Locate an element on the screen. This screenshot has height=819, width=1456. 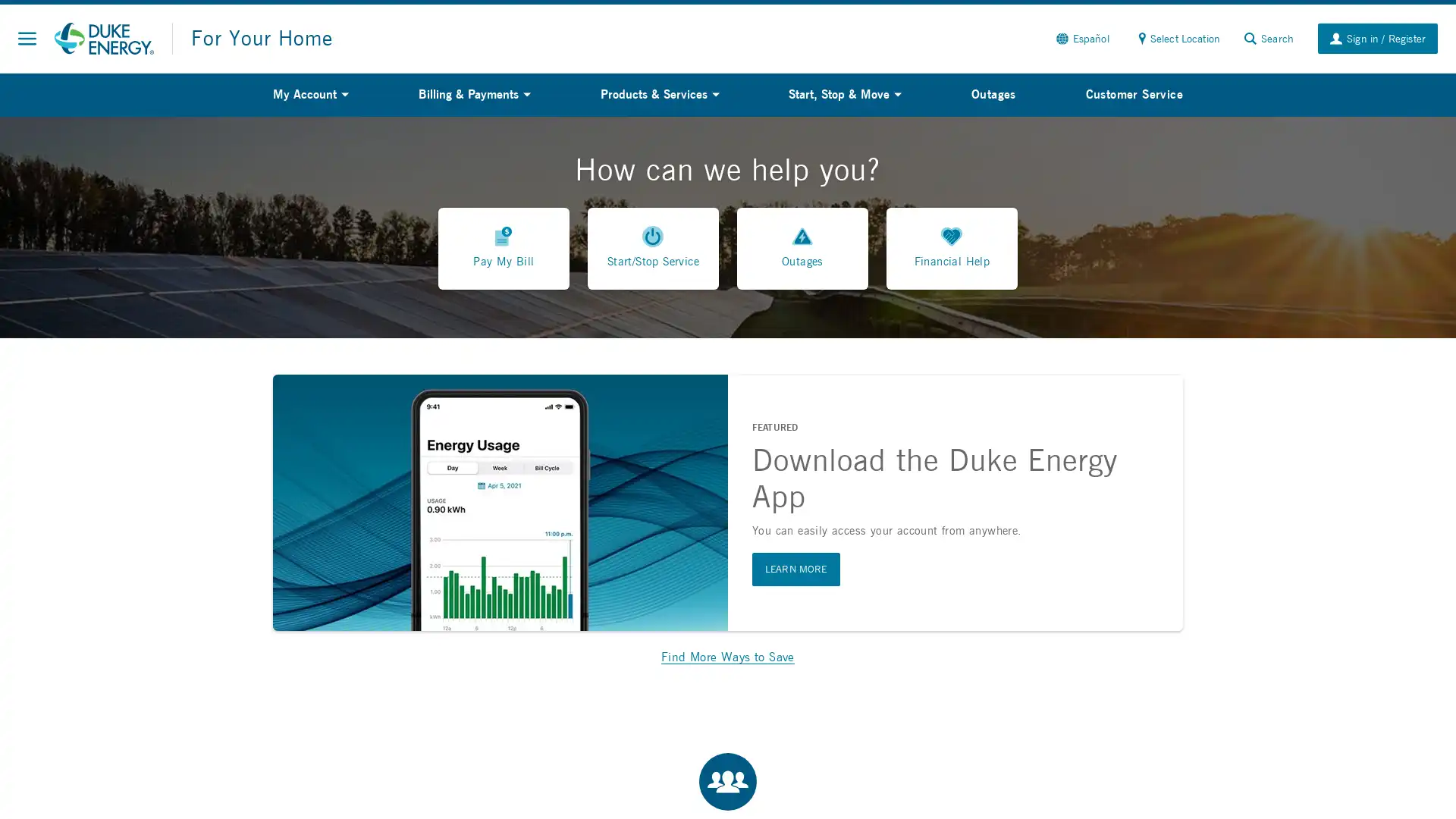
Espanol is located at coordinates (1081, 37).